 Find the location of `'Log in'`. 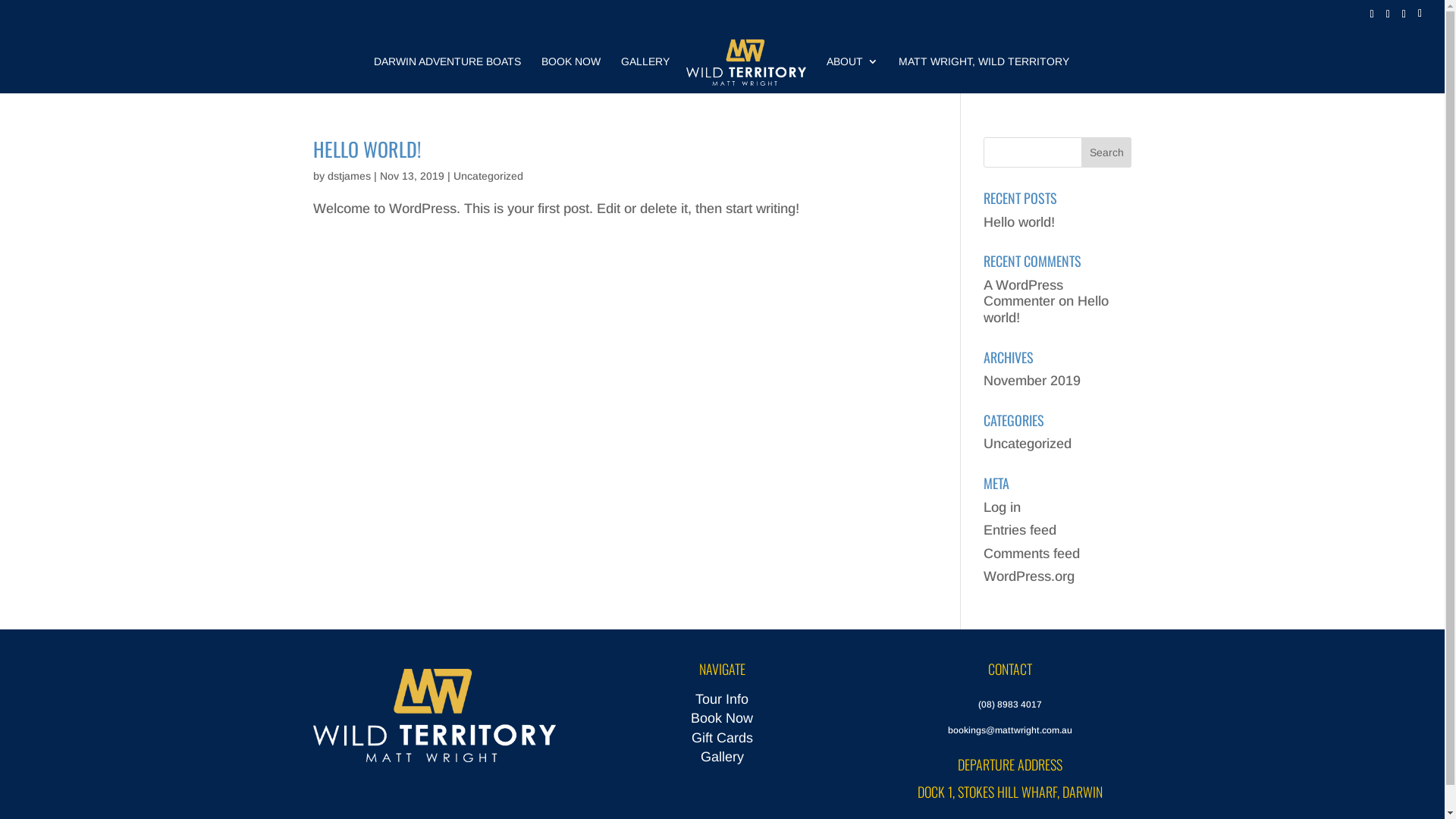

'Log in' is located at coordinates (1002, 507).